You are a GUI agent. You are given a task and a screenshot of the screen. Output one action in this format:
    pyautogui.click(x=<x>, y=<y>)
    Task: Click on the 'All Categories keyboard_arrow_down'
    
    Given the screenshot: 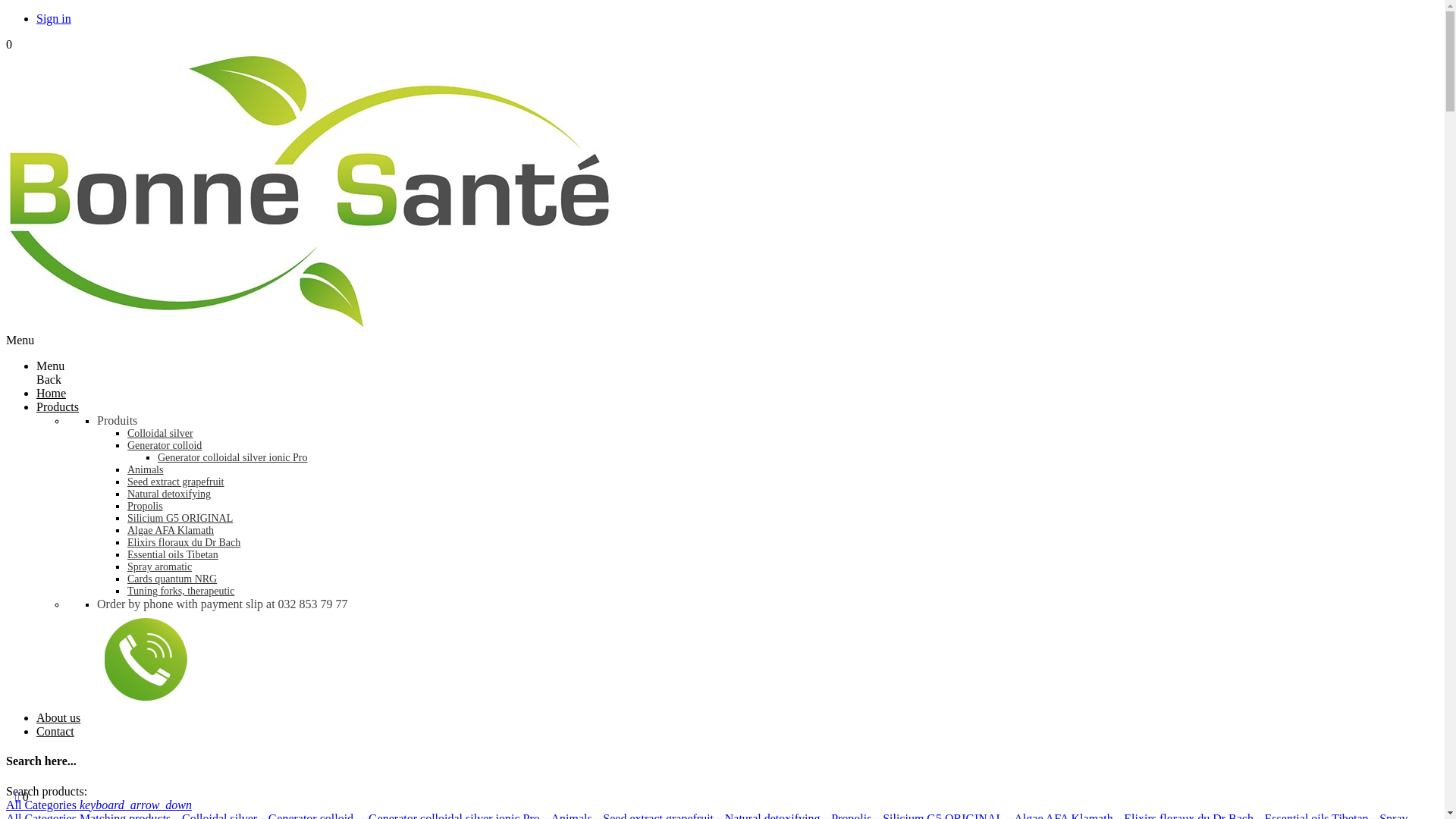 What is the action you would take?
    pyautogui.click(x=6, y=804)
    